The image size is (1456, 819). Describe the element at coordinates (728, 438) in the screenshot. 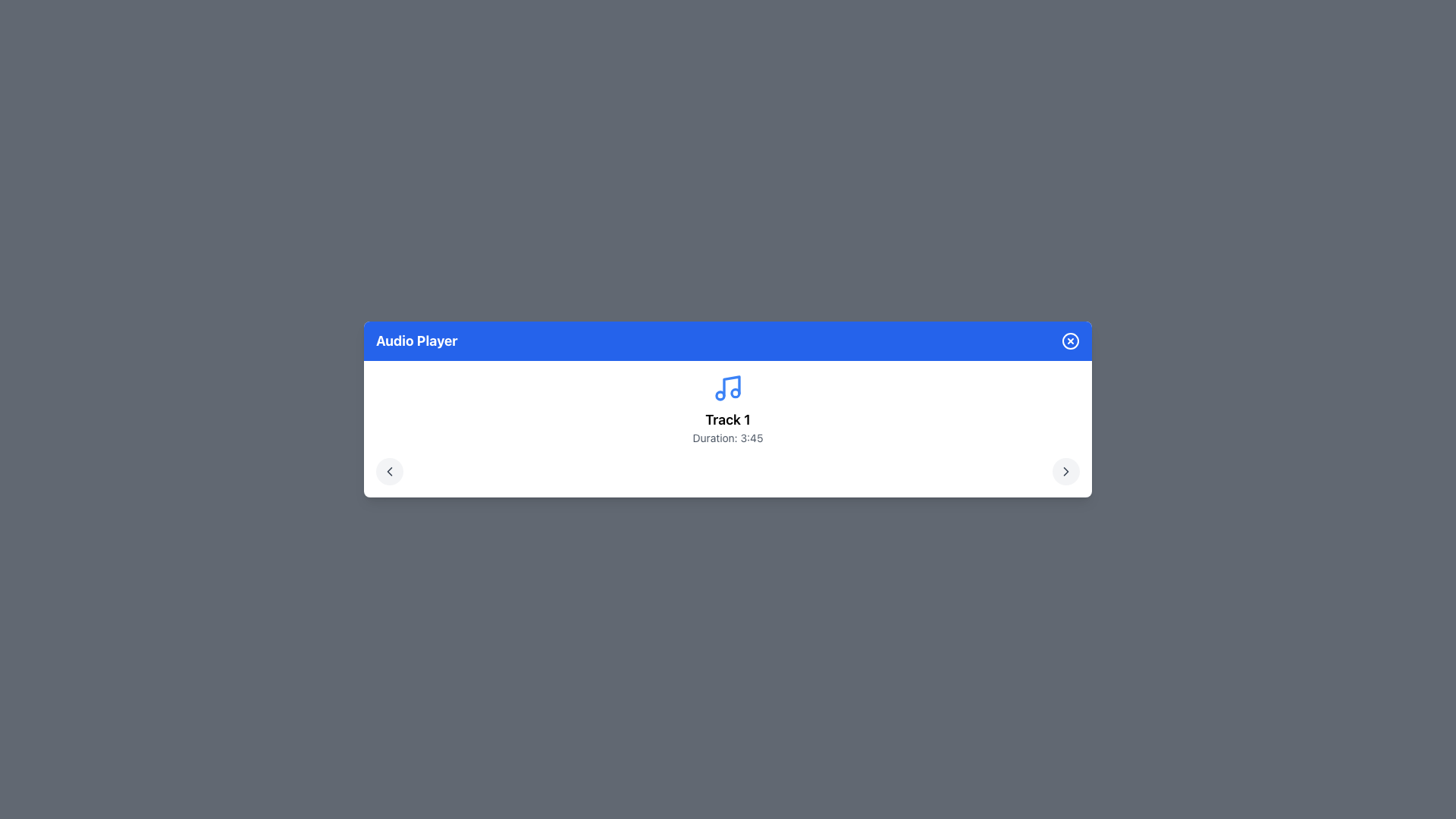

I see `the text label displaying 'Duration: 3:45', which is styled in a small gray font and located below the 'Track 1' label` at that location.